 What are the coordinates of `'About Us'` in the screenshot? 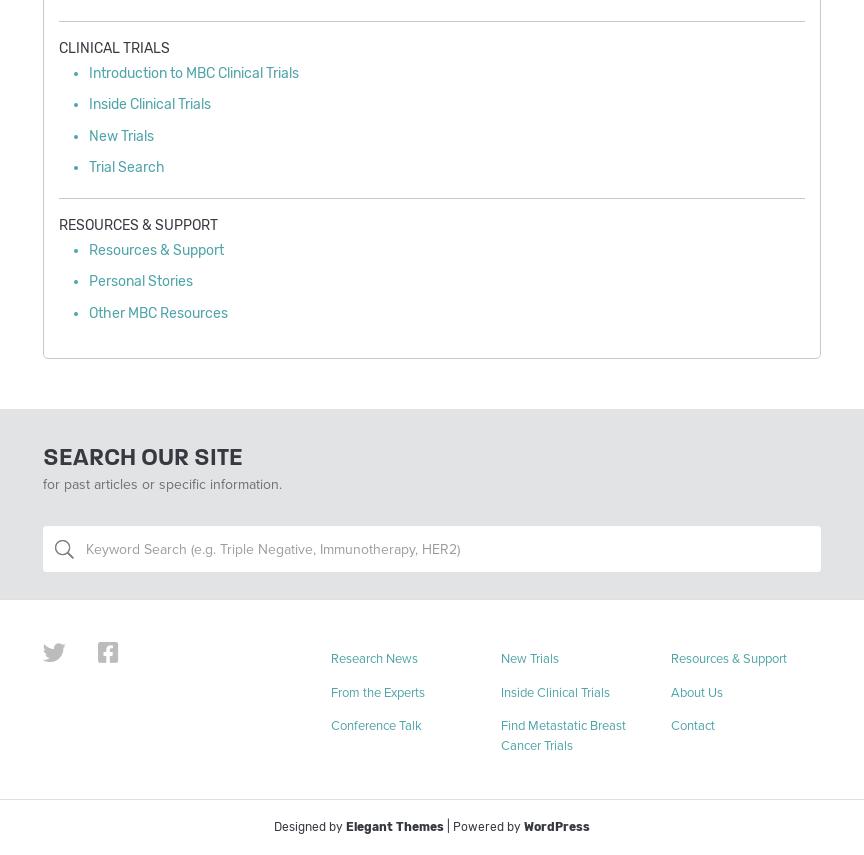 It's located at (670, 691).